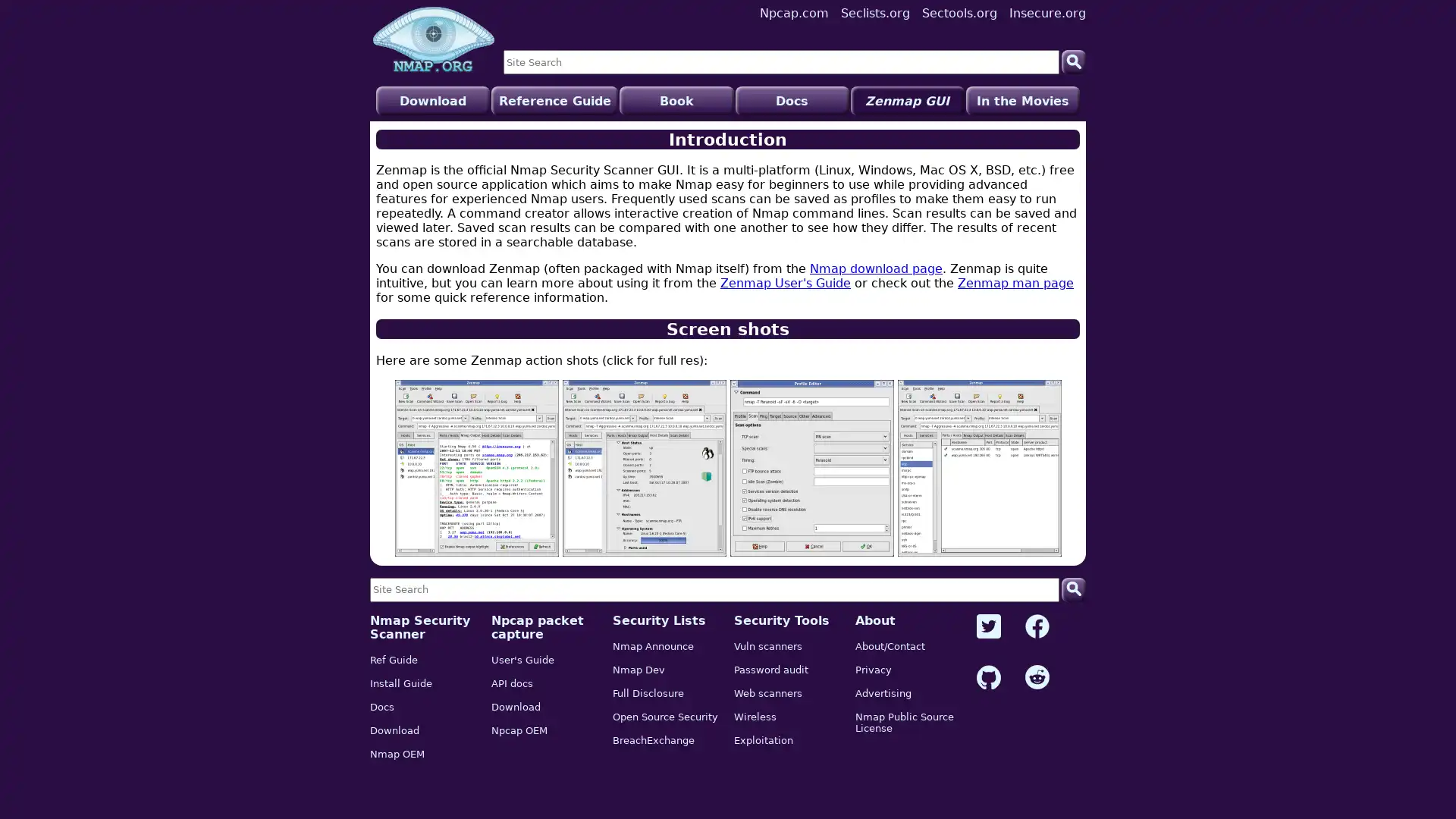 Image resolution: width=1456 pixels, height=819 pixels. I want to click on Search, so click(1073, 61).